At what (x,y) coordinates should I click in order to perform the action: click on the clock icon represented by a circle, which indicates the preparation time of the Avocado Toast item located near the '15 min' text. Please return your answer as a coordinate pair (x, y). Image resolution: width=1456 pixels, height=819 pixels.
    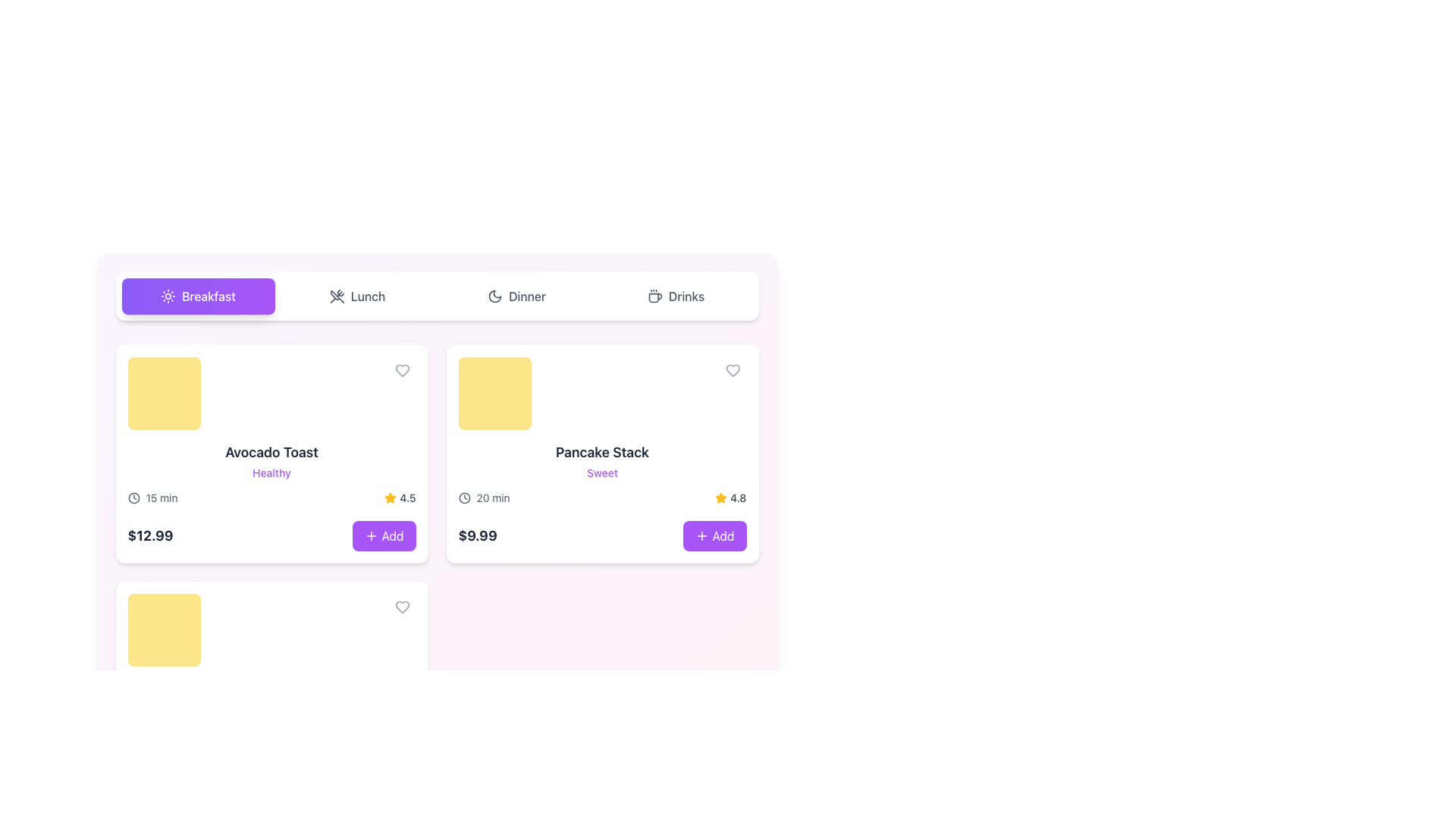
    Looking at the image, I should click on (133, 497).